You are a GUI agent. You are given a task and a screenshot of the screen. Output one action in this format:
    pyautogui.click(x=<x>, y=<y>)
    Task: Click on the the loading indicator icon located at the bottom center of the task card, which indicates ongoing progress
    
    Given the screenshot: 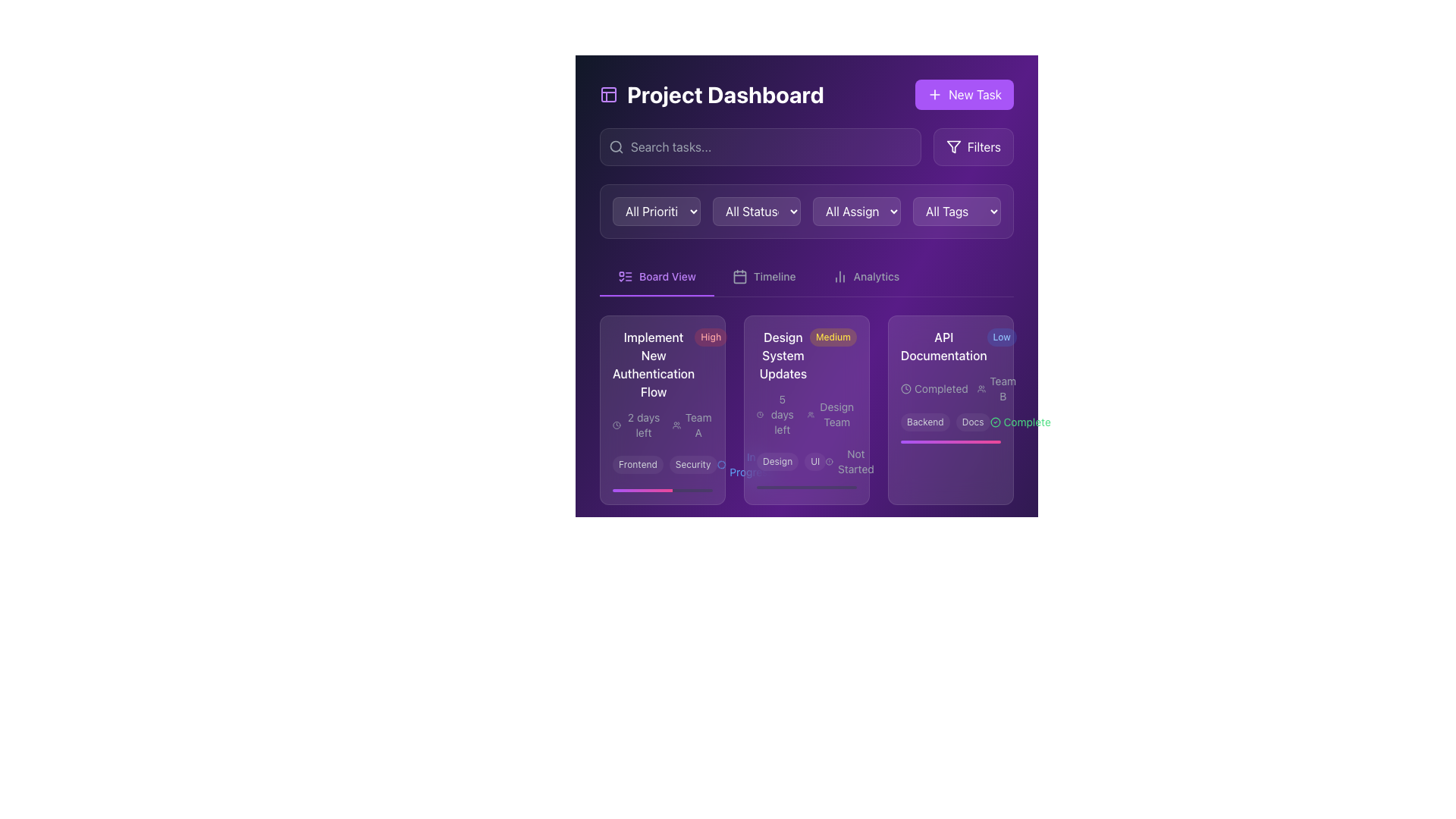 What is the action you would take?
    pyautogui.click(x=720, y=464)
    